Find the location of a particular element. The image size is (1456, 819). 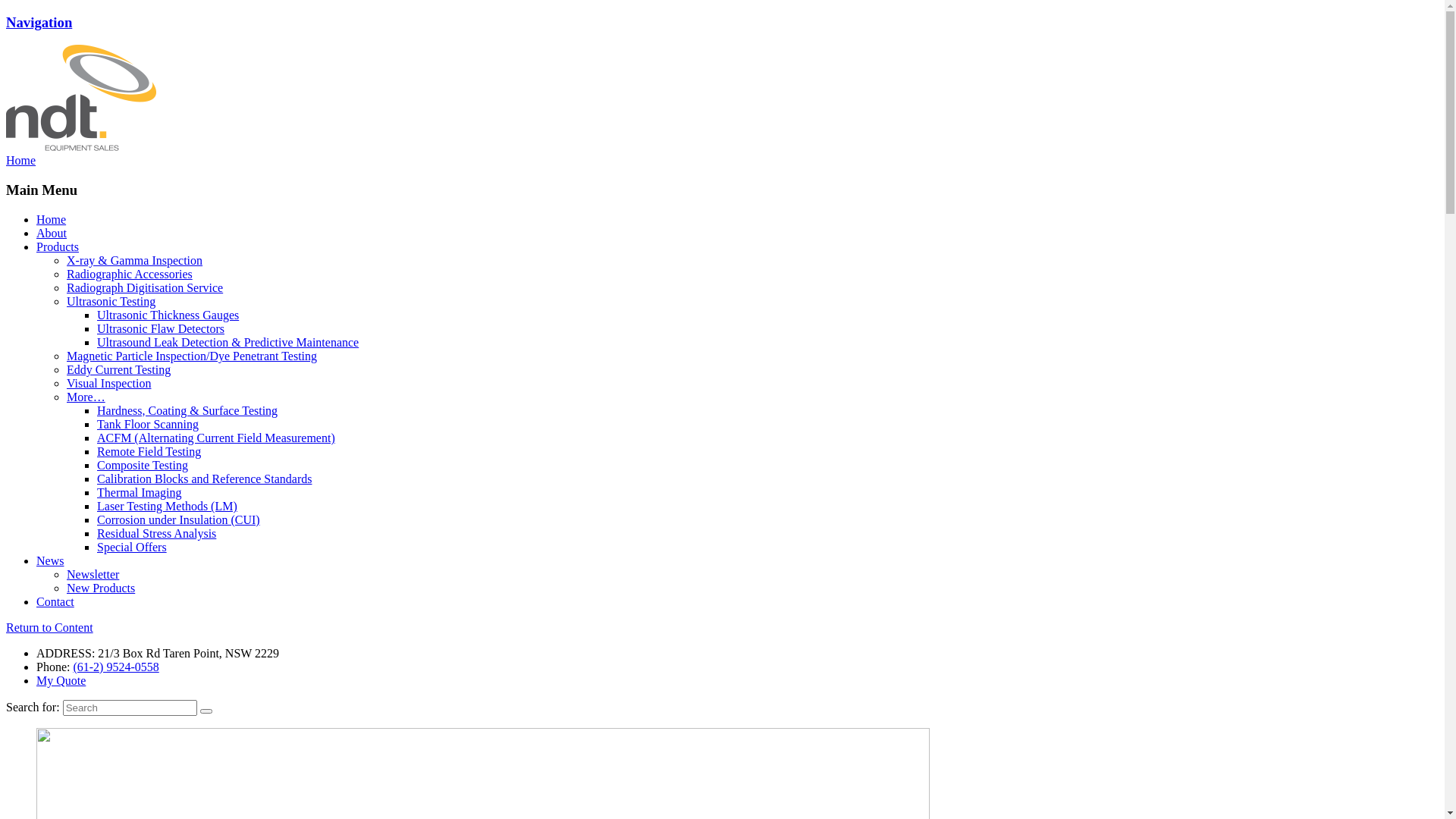

'Corrosion under Insulation (CUI)' is located at coordinates (178, 519).